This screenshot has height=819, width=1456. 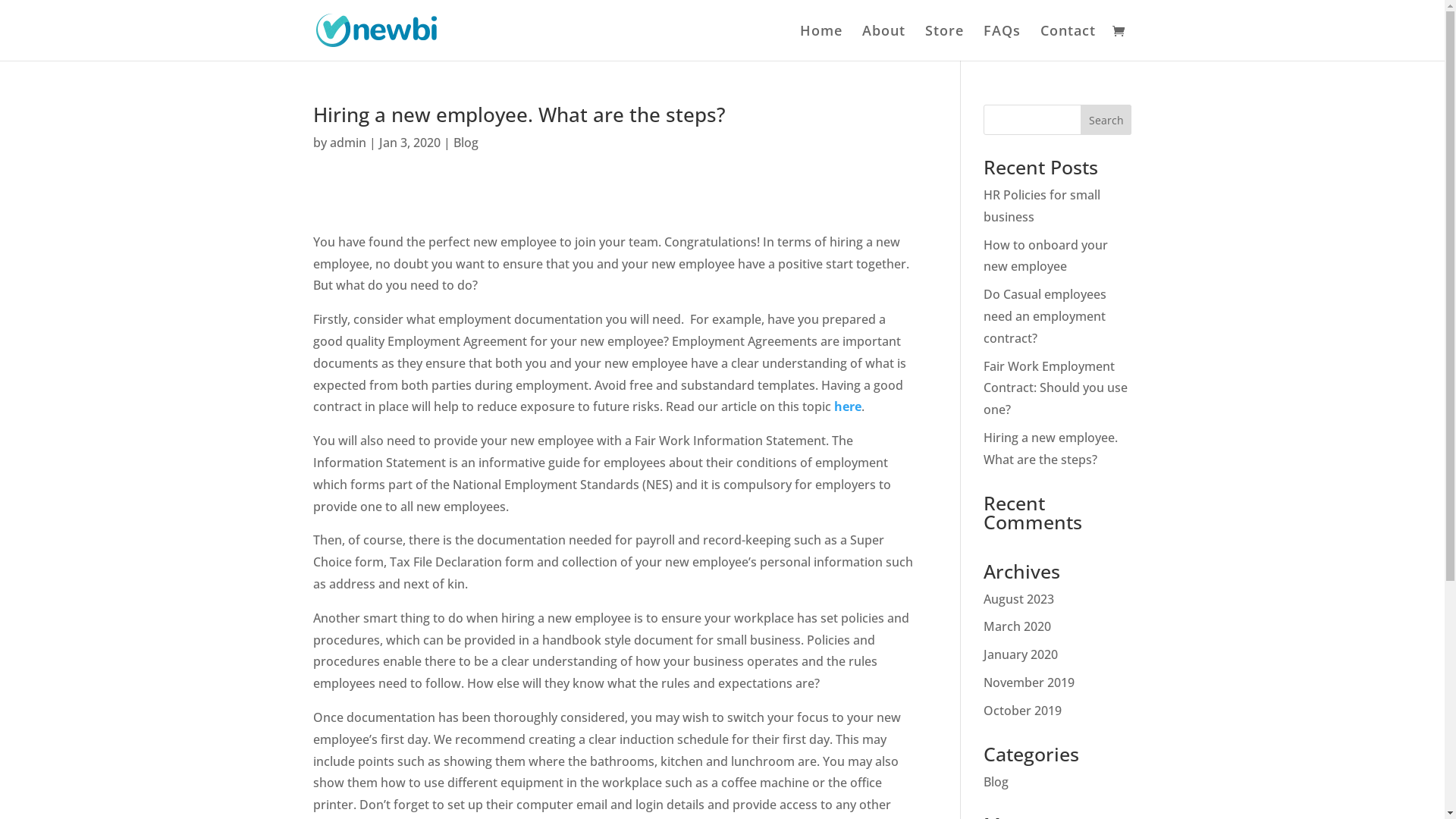 What do you see at coordinates (819, 42) in the screenshot?
I see `'Home'` at bounding box center [819, 42].